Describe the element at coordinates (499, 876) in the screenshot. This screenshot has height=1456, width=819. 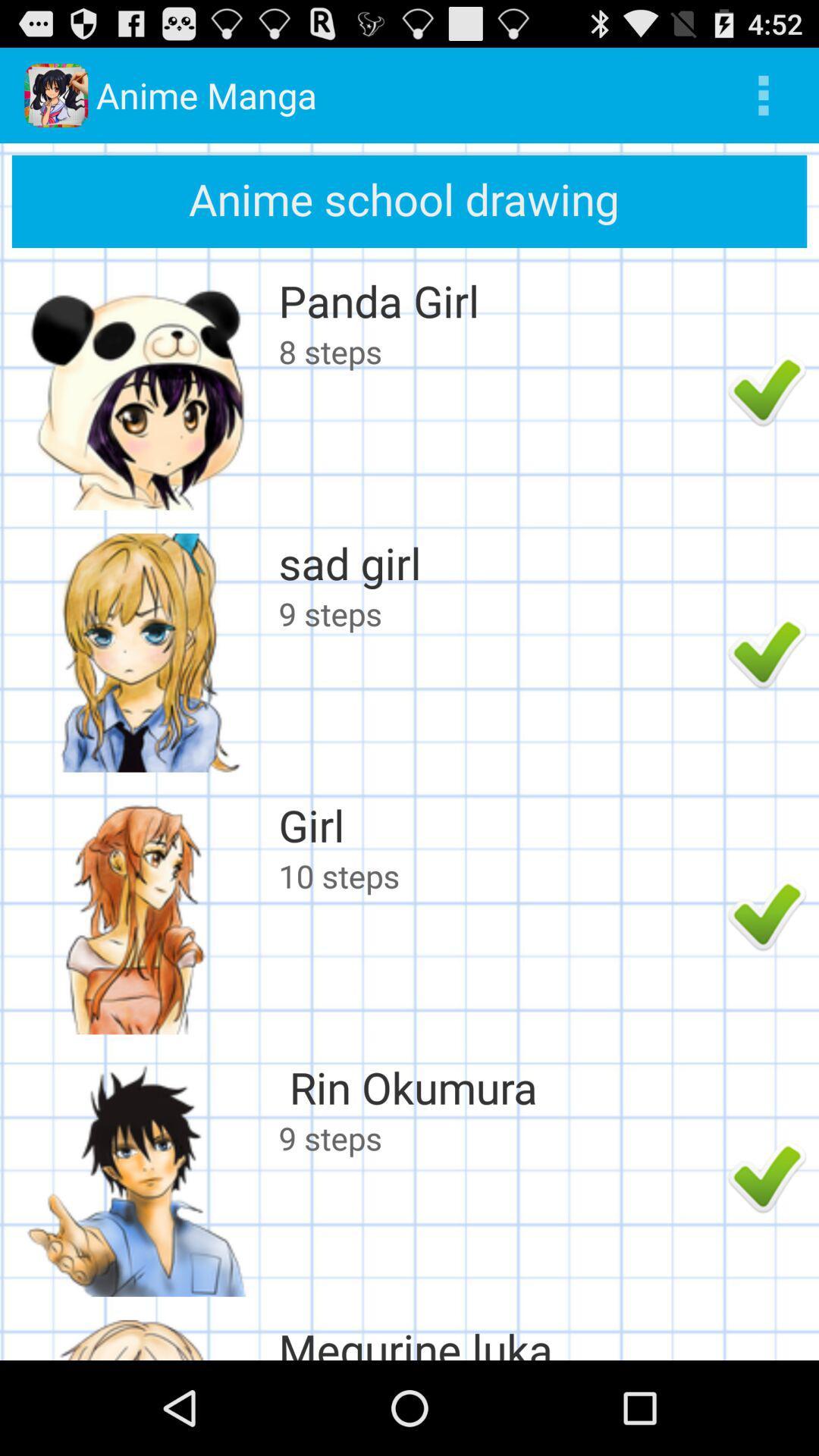
I see `the app below the girl` at that location.